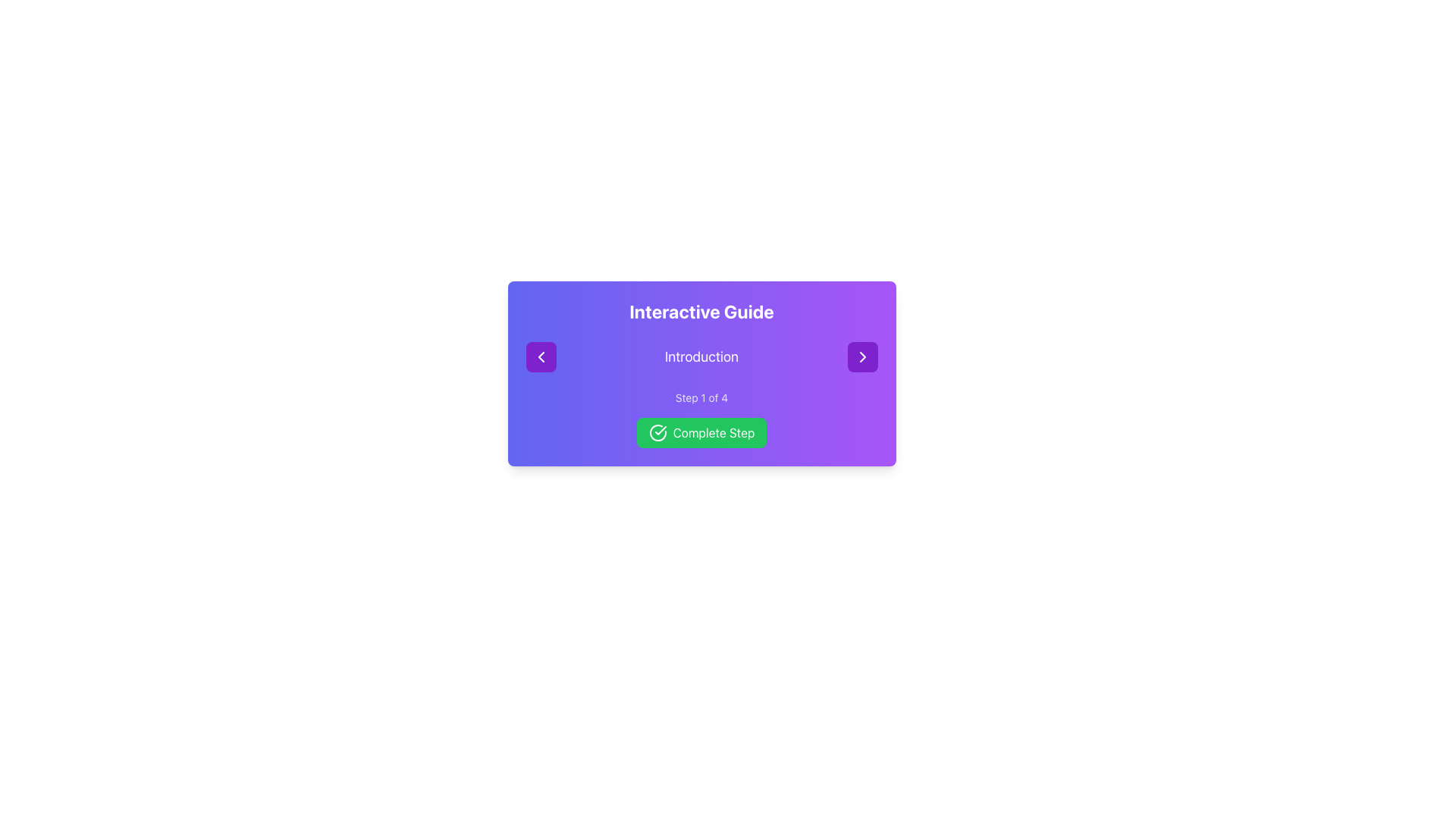 Image resolution: width=1456 pixels, height=819 pixels. Describe the element at coordinates (862, 356) in the screenshot. I see `the right-facing chevron icon within the purple rounded rectangular button that is part of the navigation system for the interactive guide` at that location.